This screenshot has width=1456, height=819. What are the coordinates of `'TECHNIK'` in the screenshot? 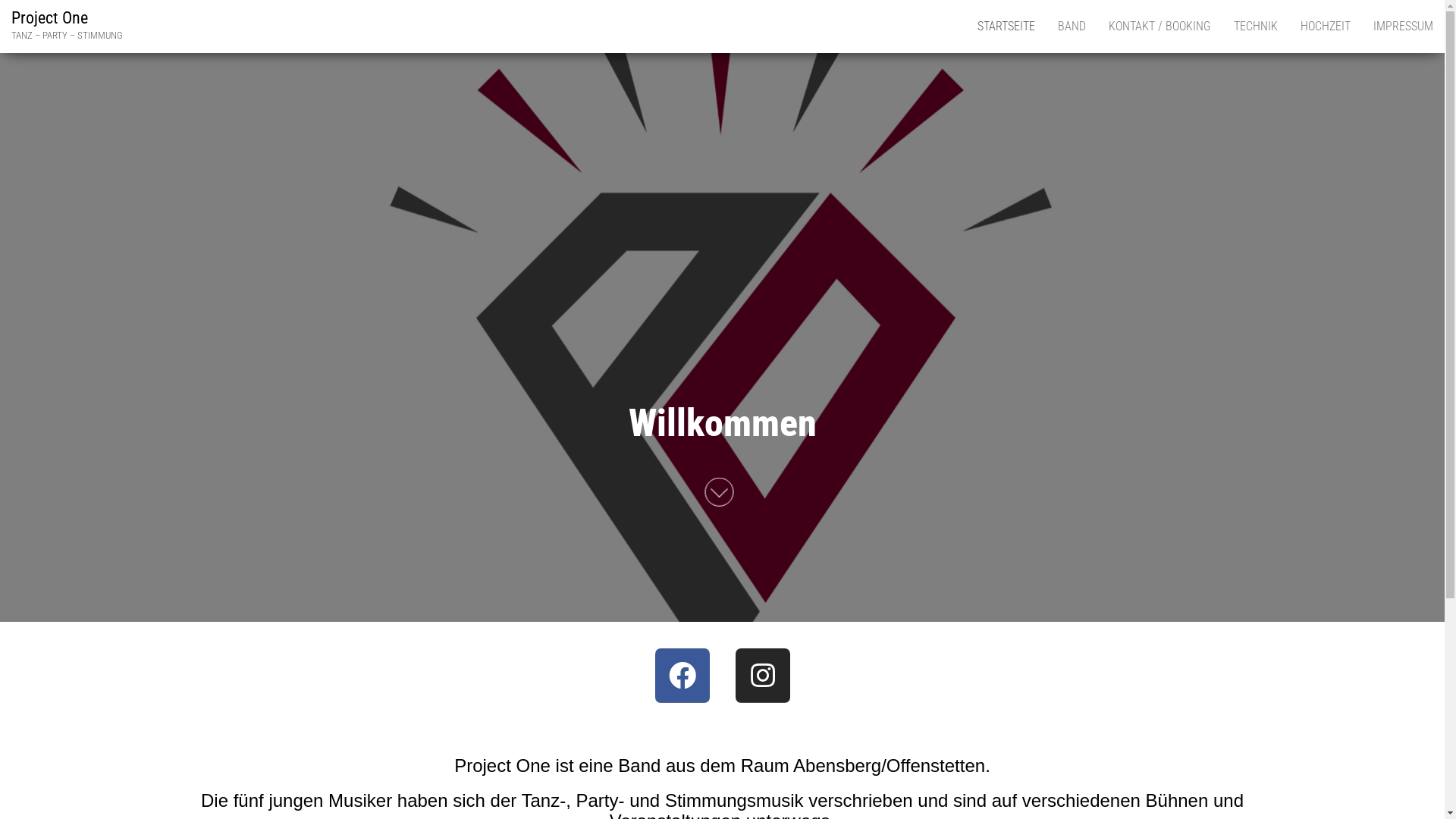 It's located at (1256, 26).